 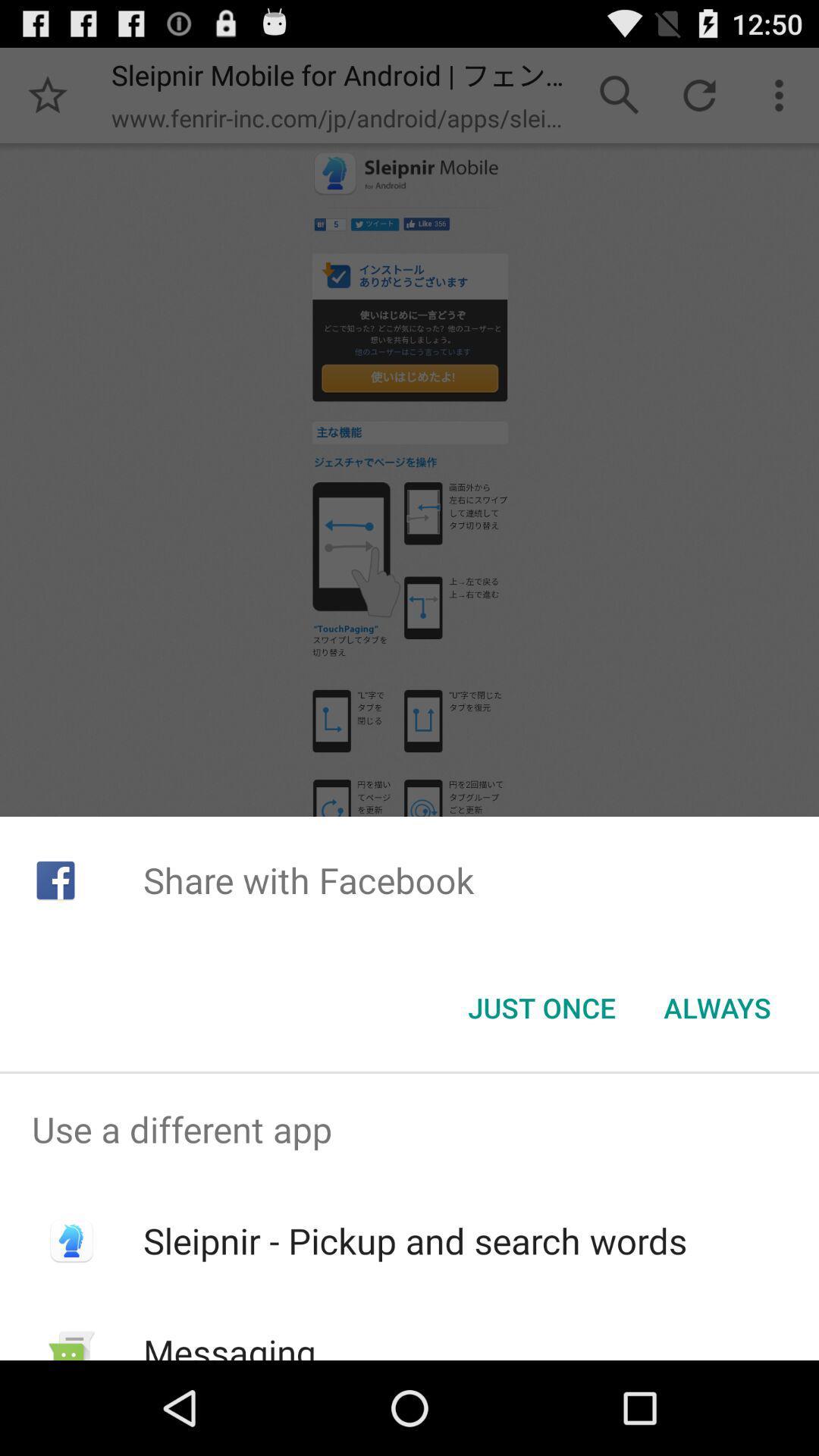 I want to click on messaging, so click(x=230, y=1344).